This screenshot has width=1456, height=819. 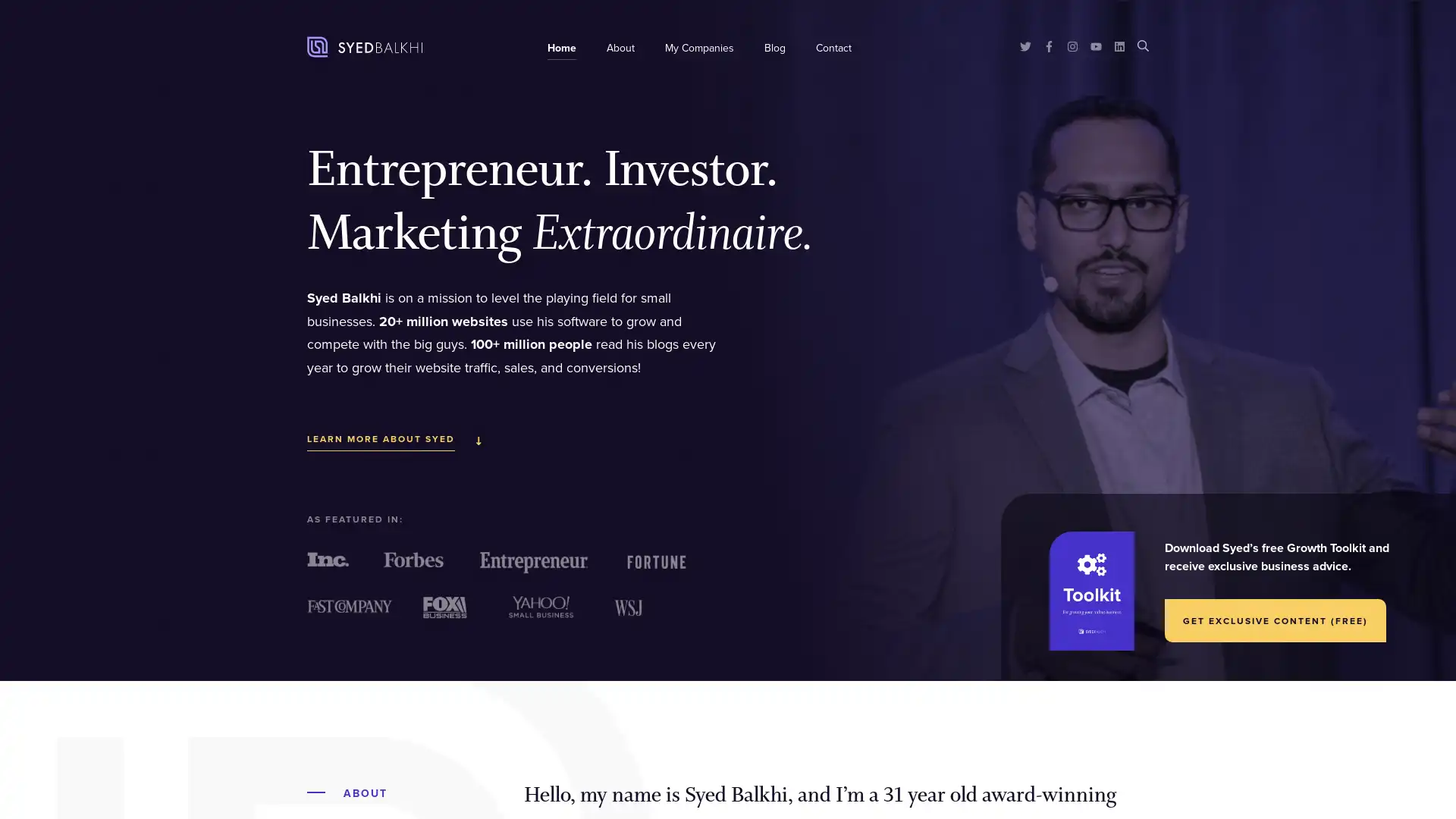 What do you see at coordinates (1143, 44) in the screenshot?
I see `SEARCH` at bounding box center [1143, 44].